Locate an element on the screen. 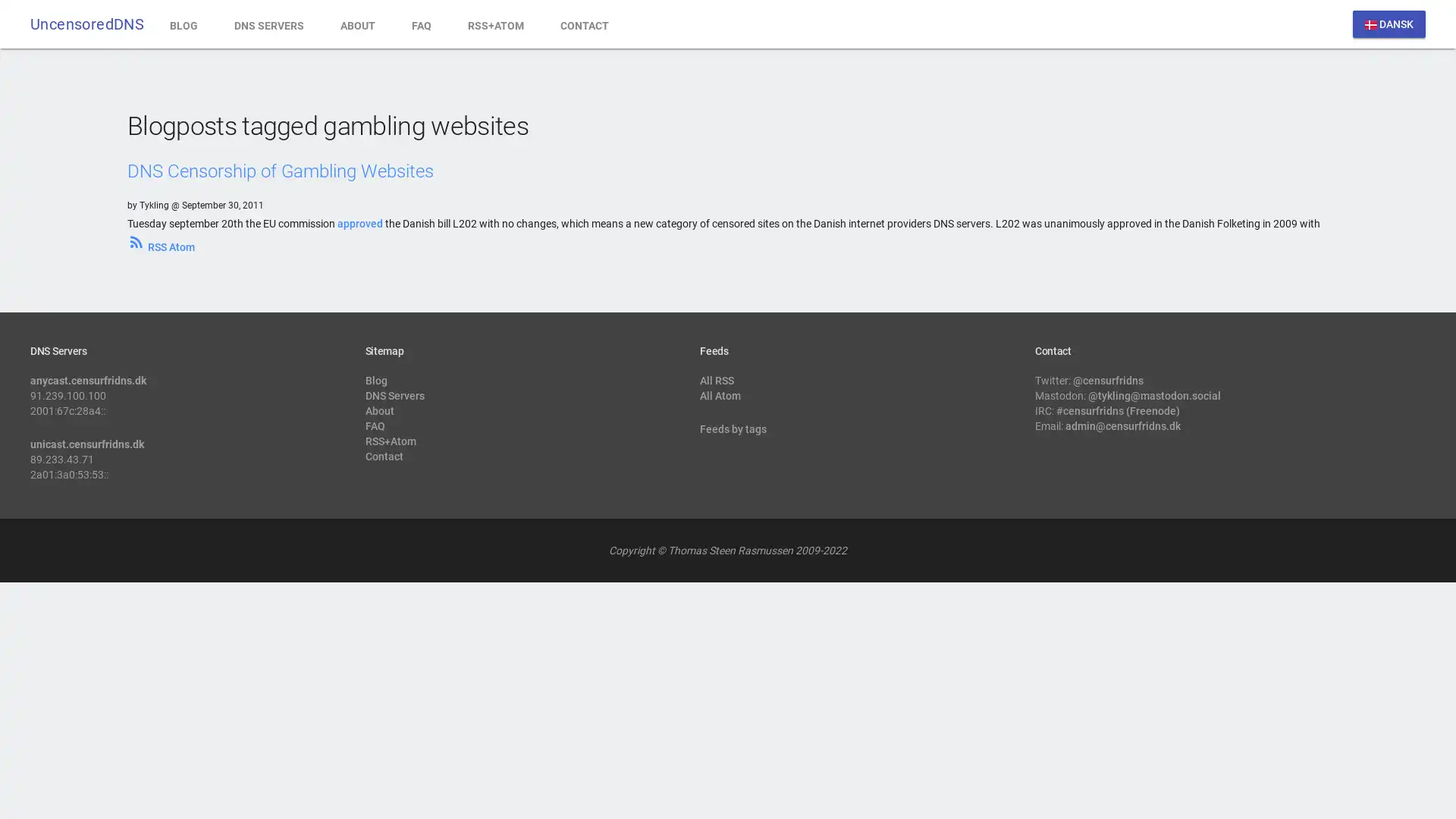 The image size is (1456, 819). dansk DANSK is located at coordinates (1389, 24).